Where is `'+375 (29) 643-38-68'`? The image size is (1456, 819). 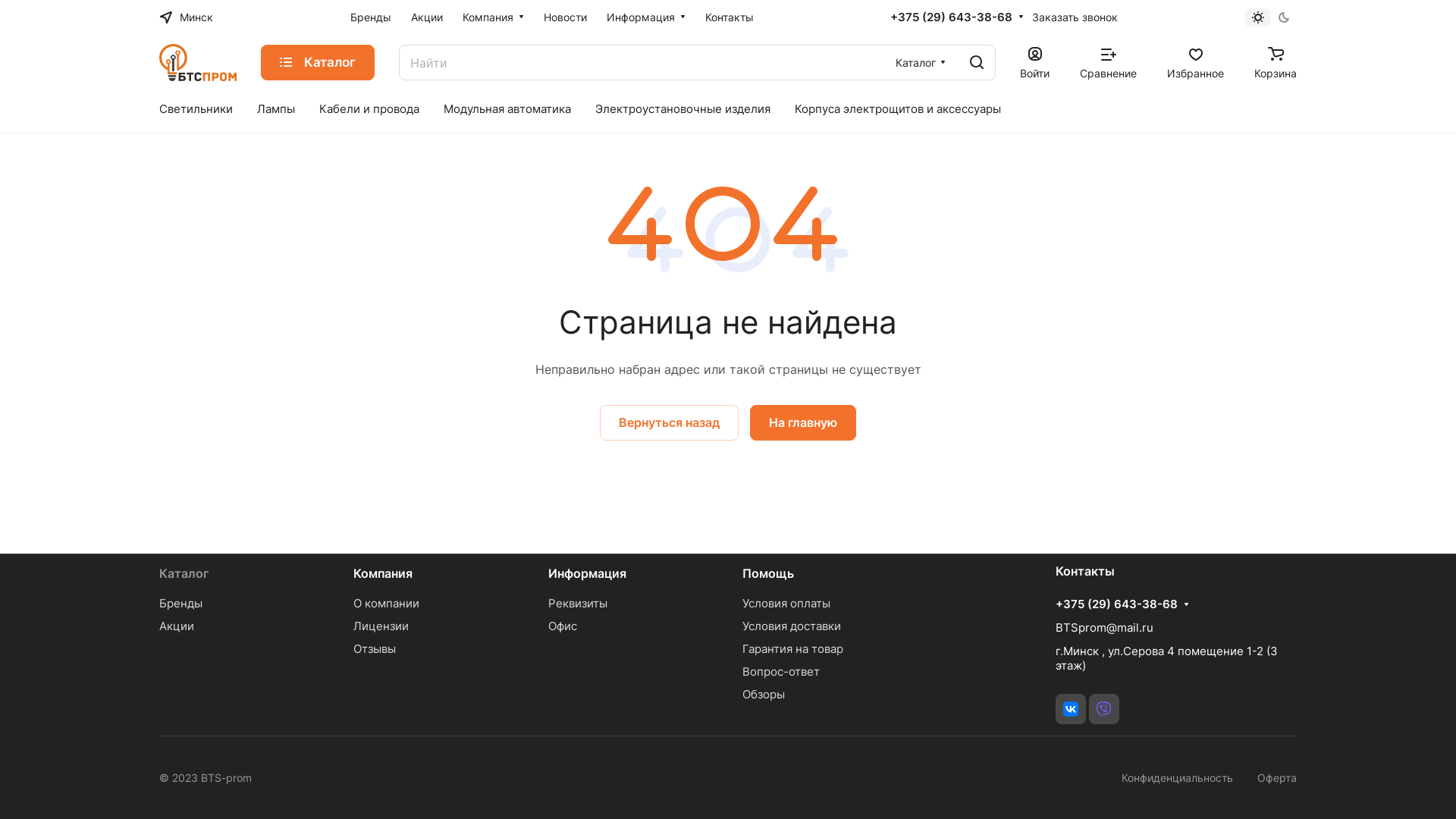 '+375 (29) 643-38-68' is located at coordinates (950, 17).